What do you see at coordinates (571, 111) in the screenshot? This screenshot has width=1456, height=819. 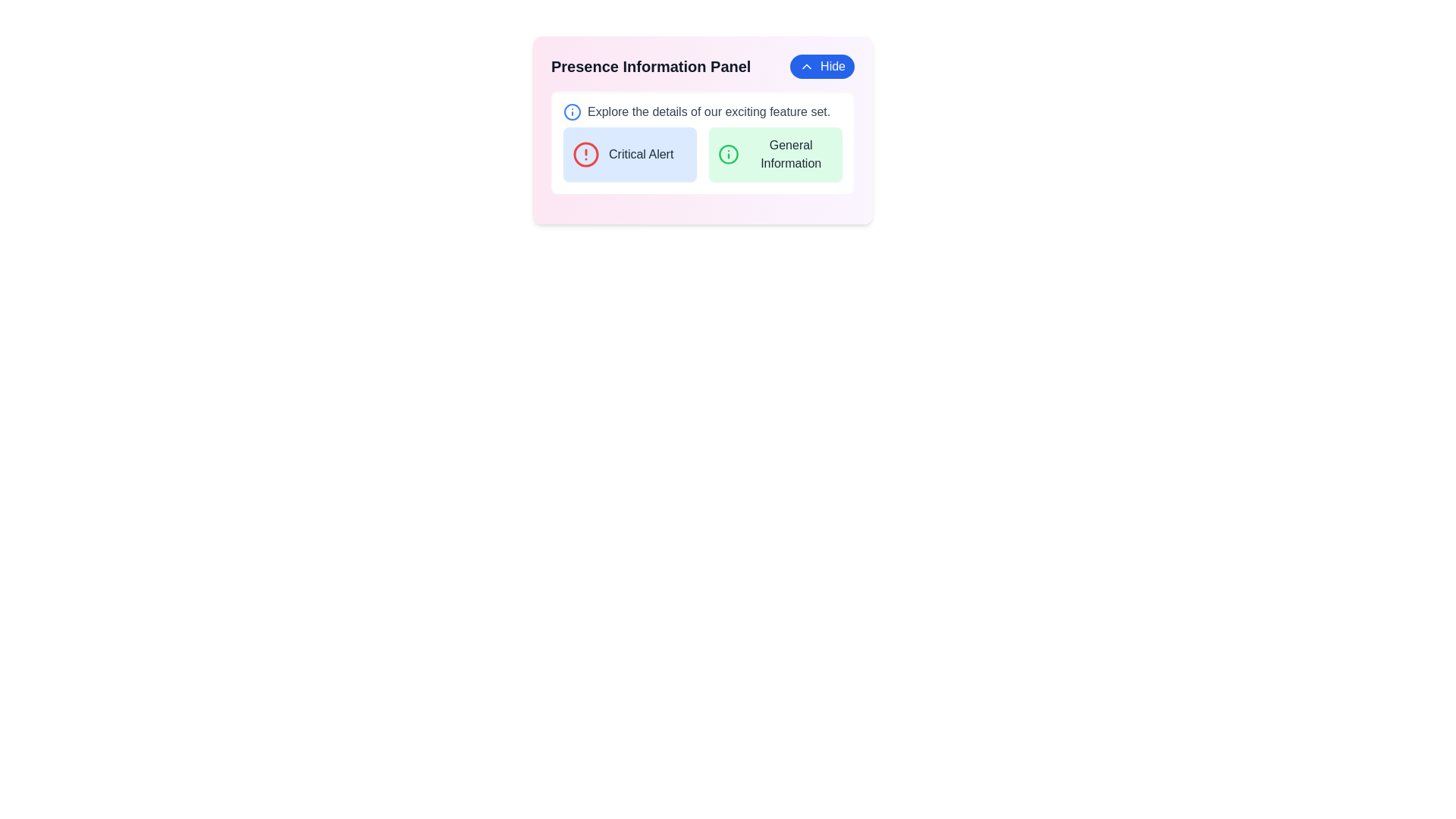 I see `the circular blue outlined information icon located in the header area of the 'Presence Information Panel', which is positioned centrally in front of the text 'Explore the details of our exciting feature set.'` at bounding box center [571, 111].